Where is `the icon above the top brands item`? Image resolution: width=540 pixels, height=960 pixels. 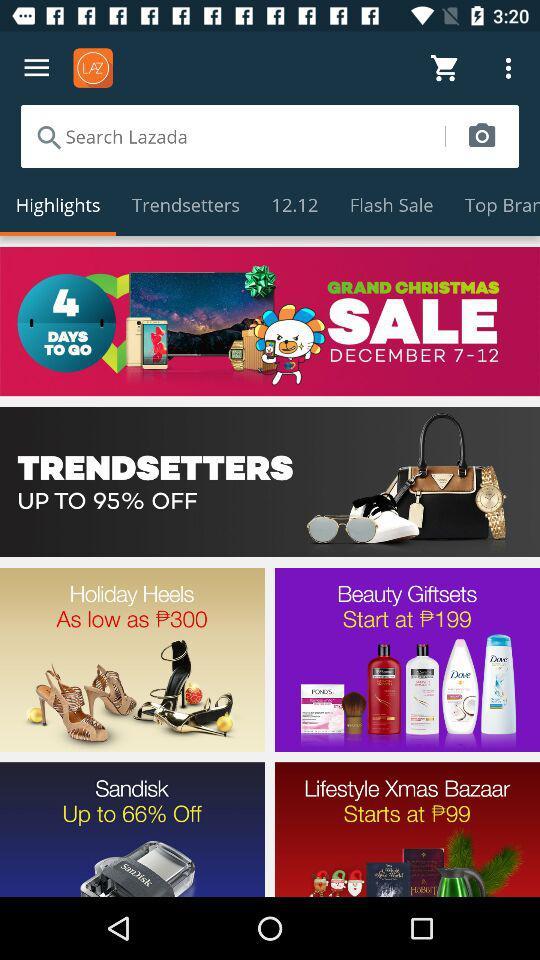 the icon above the top brands item is located at coordinates (481, 135).